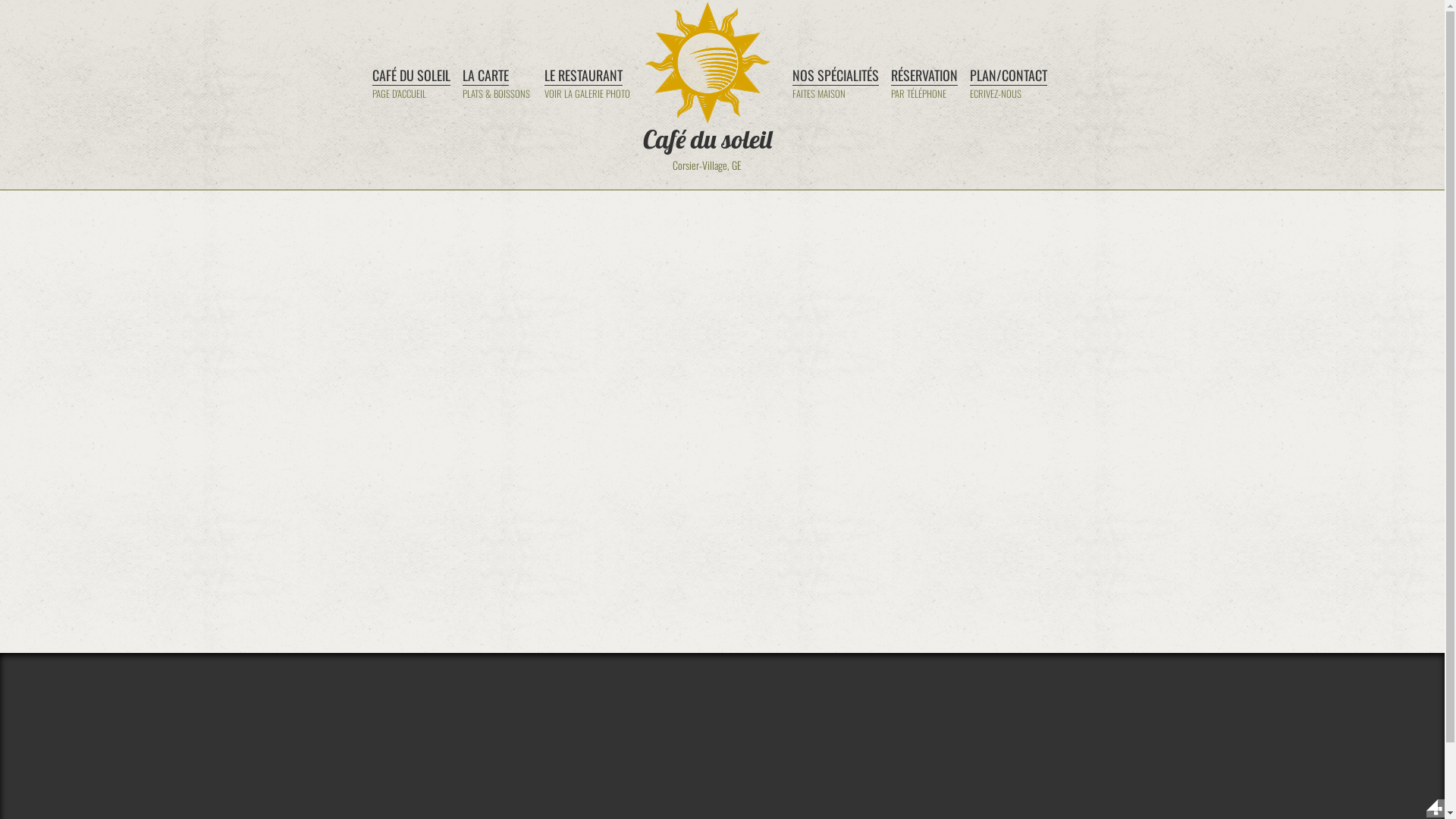 This screenshot has width=1456, height=819. Describe the element at coordinates (497, 86) in the screenshot. I see `'LA CARTE` at that location.